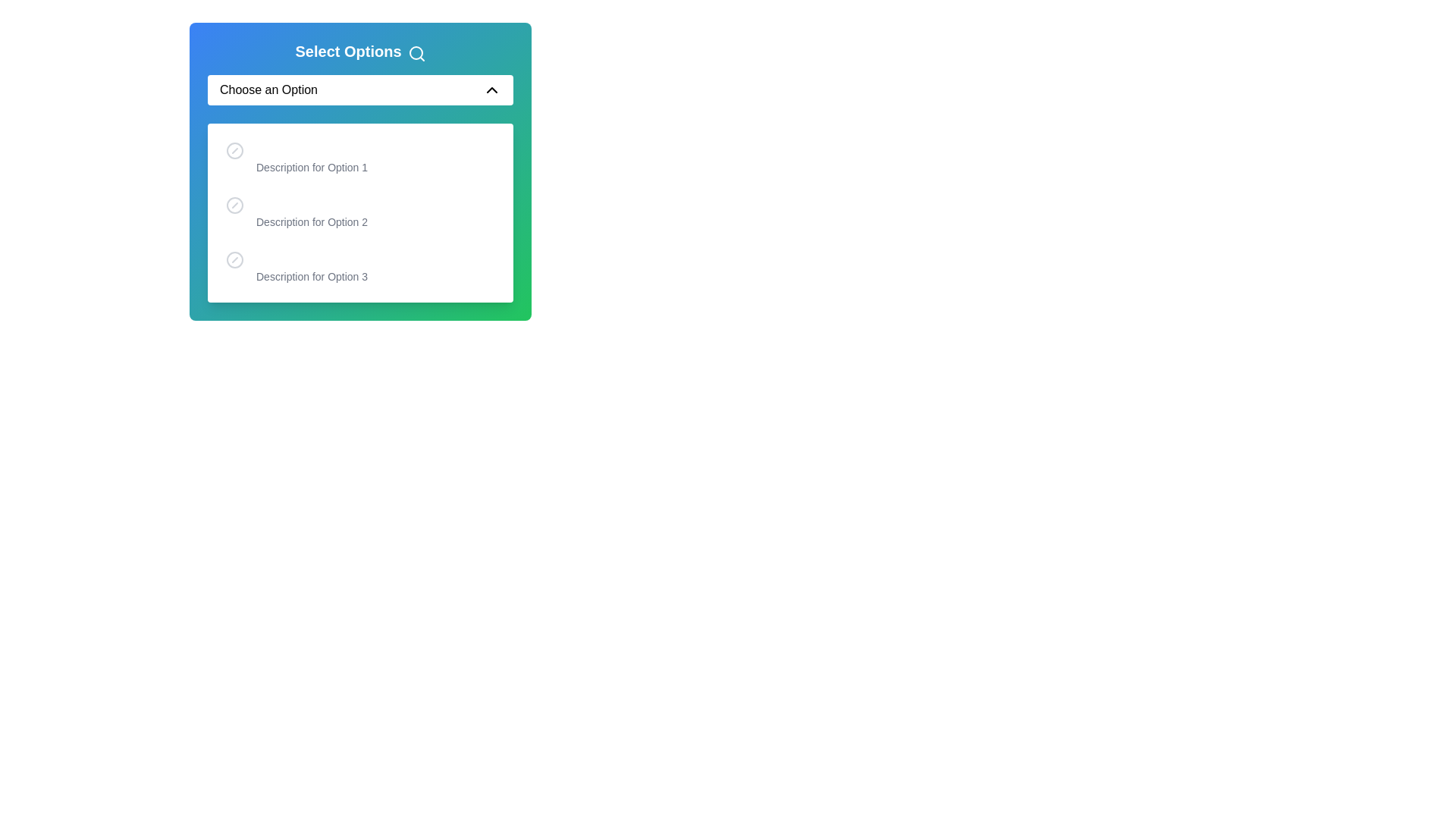 The image size is (1456, 819). What do you see at coordinates (311, 212) in the screenshot?
I see `description of the second selectable item in the dropdown menu located below the heading 'Select Options'` at bounding box center [311, 212].